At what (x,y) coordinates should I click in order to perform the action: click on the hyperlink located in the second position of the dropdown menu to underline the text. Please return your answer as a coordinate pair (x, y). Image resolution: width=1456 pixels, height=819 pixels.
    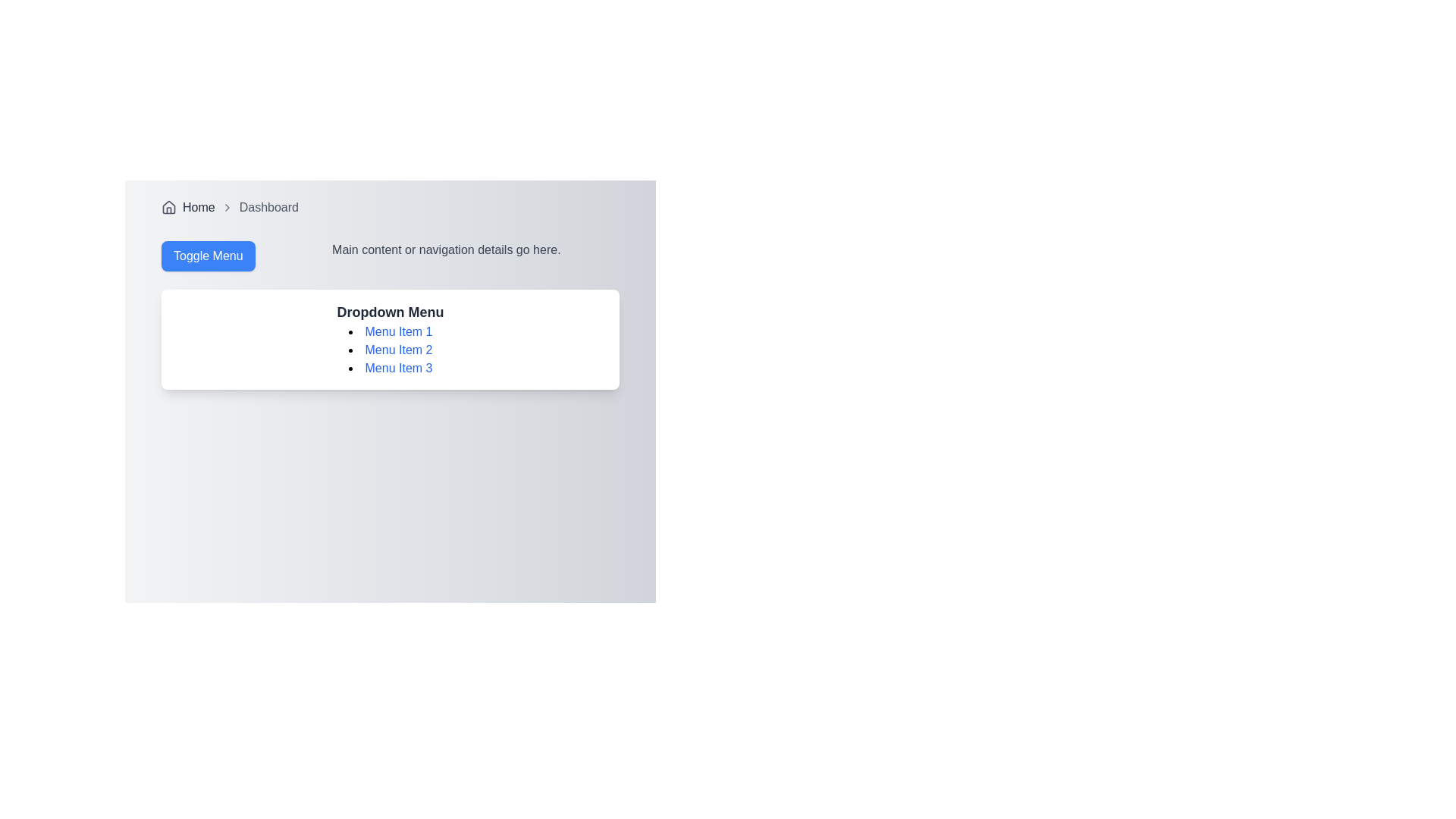
    Looking at the image, I should click on (399, 350).